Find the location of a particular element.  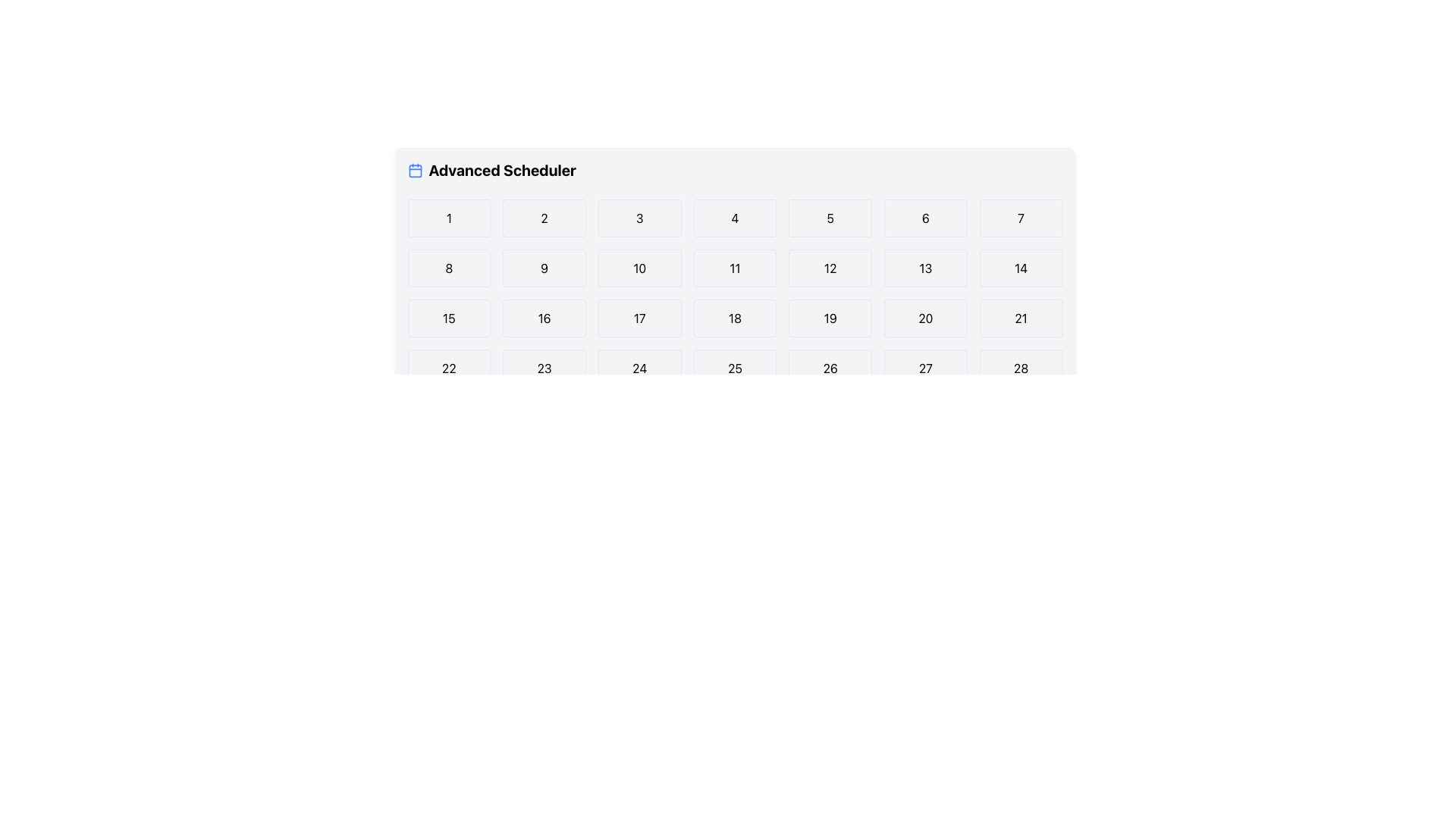

the date '22' button-like grid item in the Advanced Scheduler interface is located at coordinates (447, 369).